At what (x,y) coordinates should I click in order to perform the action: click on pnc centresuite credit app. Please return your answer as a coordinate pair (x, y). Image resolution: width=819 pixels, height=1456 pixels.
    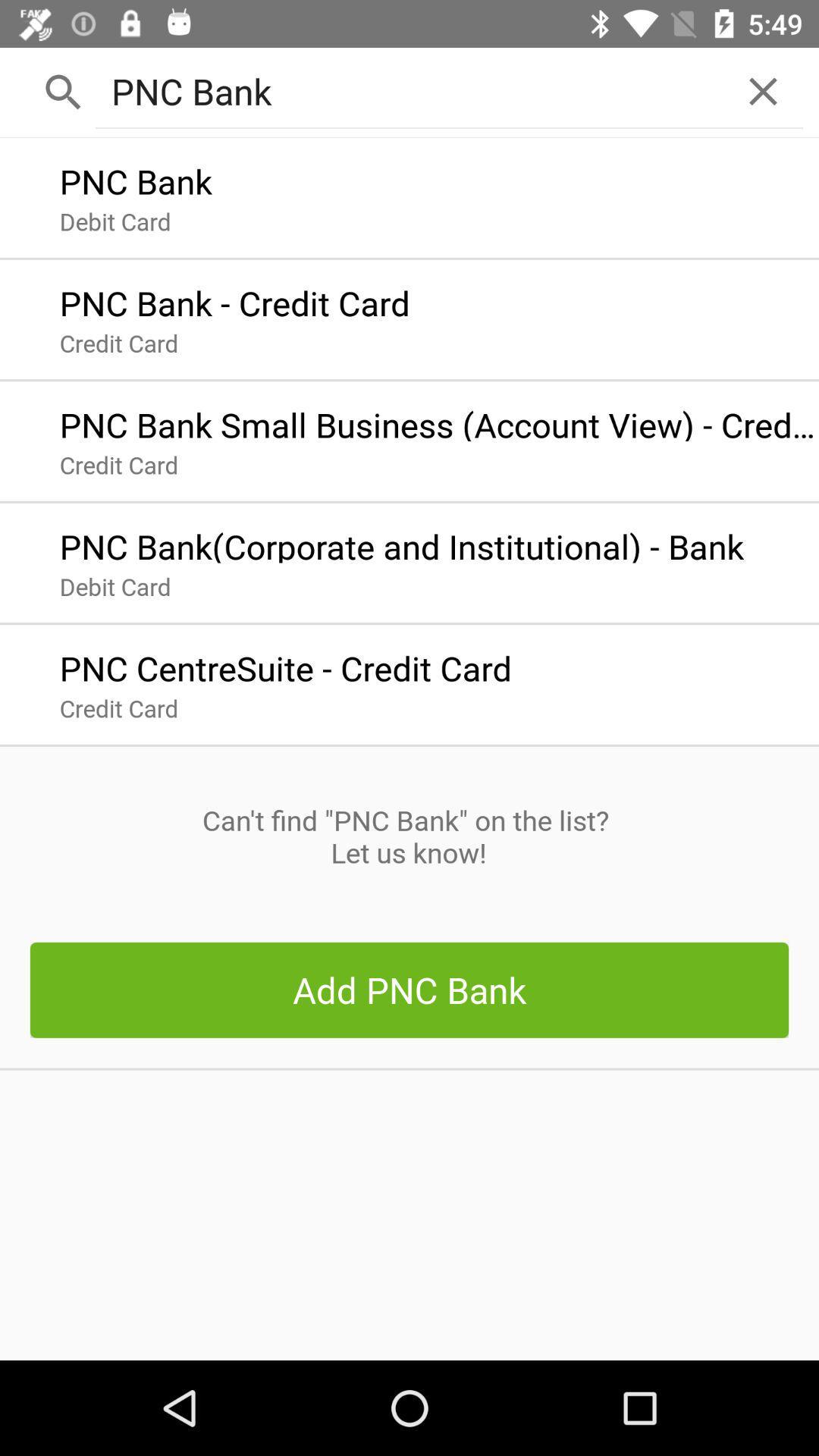
    Looking at the image, I should click on (285, 664).